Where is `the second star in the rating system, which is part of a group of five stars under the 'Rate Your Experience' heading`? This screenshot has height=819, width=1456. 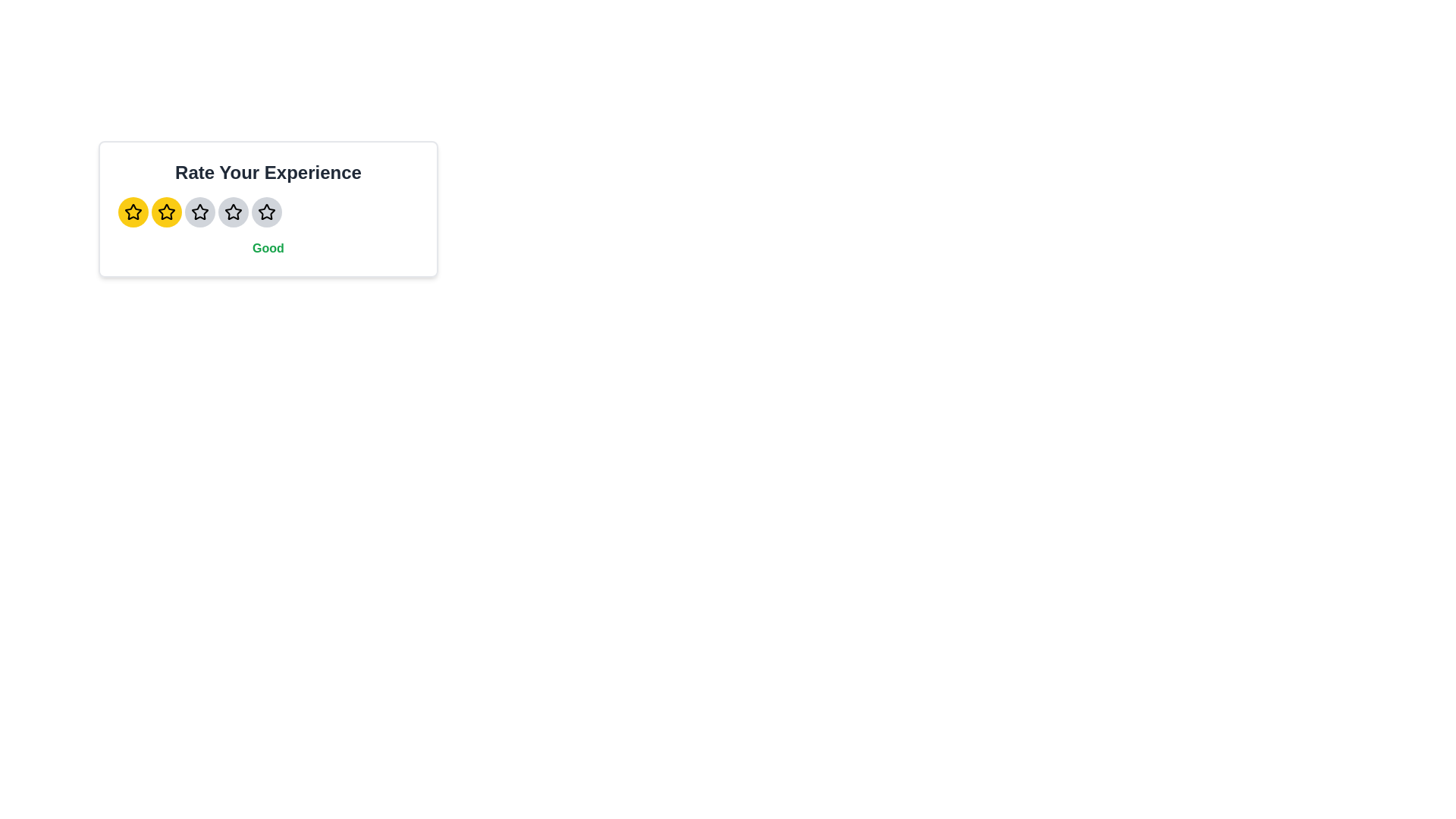 the second star in the rating system, which is part of a group of five stars under the 'Rate Your Experience' heading is located at coordinates (199, 212).